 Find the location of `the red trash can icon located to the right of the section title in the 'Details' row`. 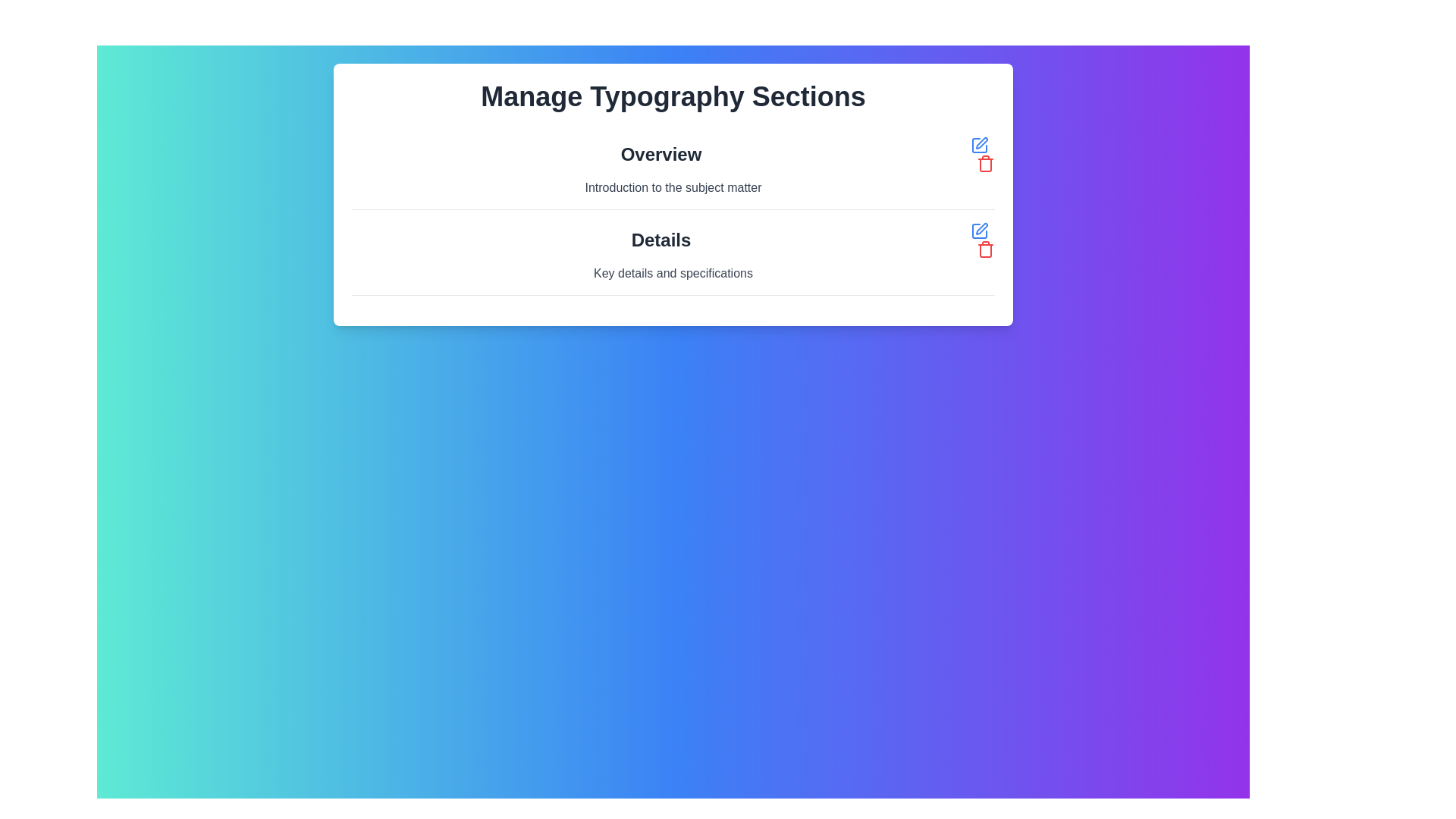

the red trash can icon located to the right of the section title in the 'Details' row is located at coordinates (986, 165).